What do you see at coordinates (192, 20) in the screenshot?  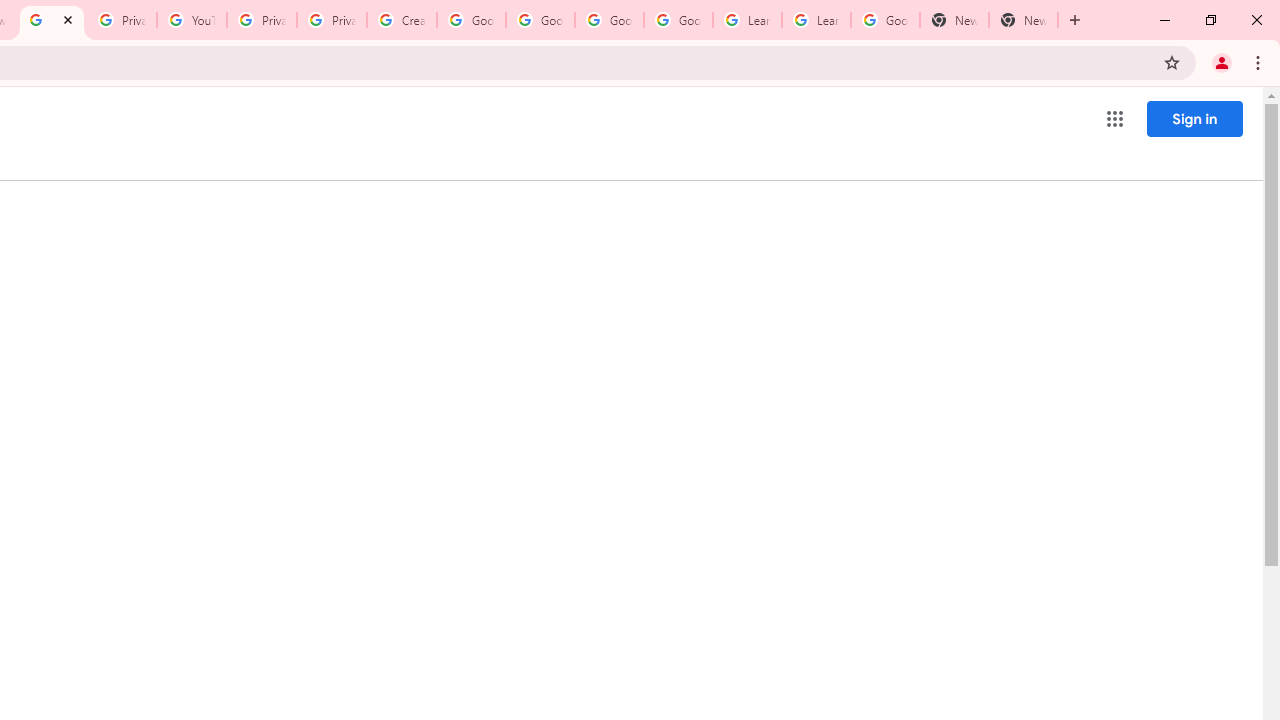 I see `'YouTube'` at bounding box center [192, 20].